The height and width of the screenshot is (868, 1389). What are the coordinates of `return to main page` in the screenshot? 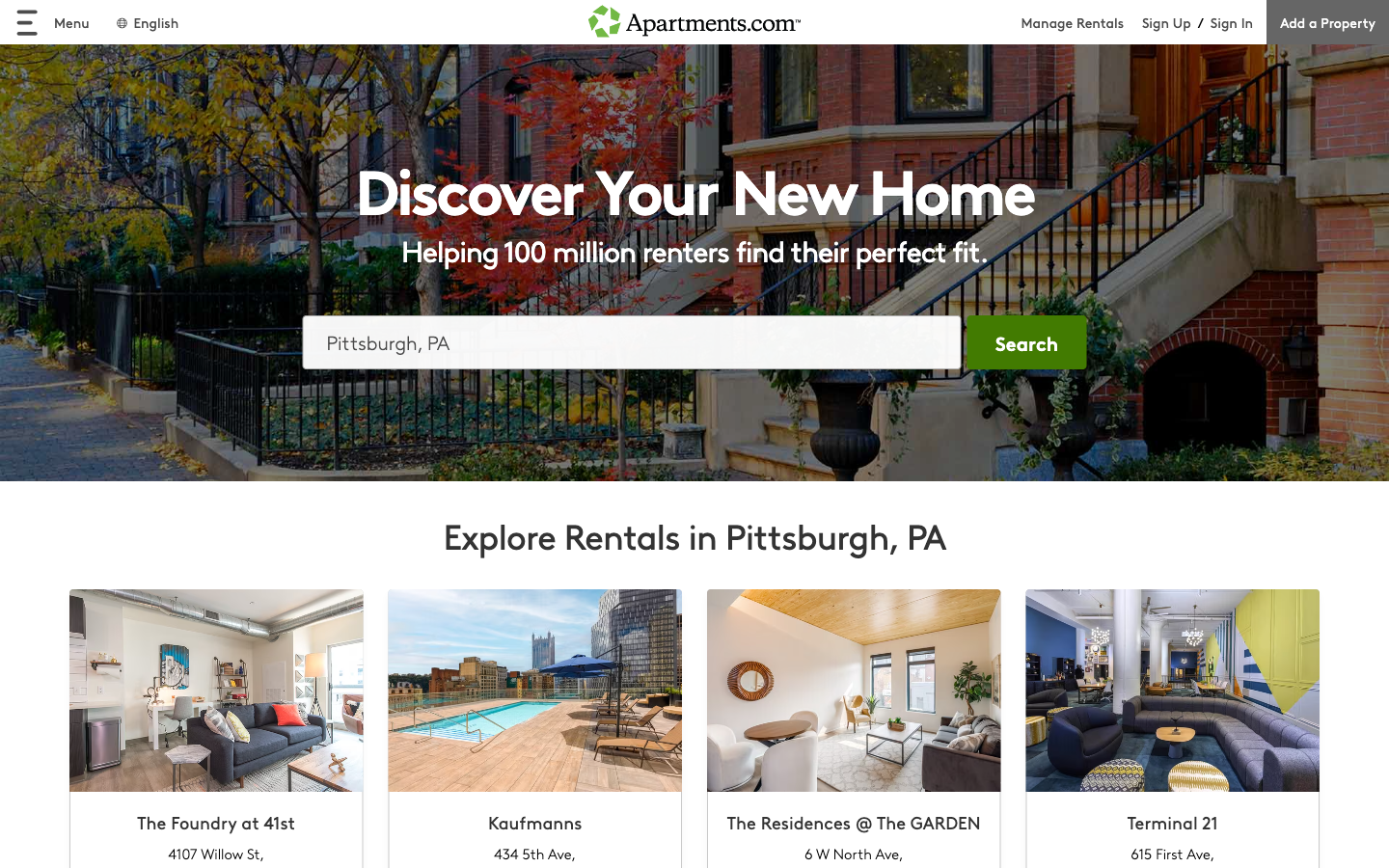 It's located at (694, 21).